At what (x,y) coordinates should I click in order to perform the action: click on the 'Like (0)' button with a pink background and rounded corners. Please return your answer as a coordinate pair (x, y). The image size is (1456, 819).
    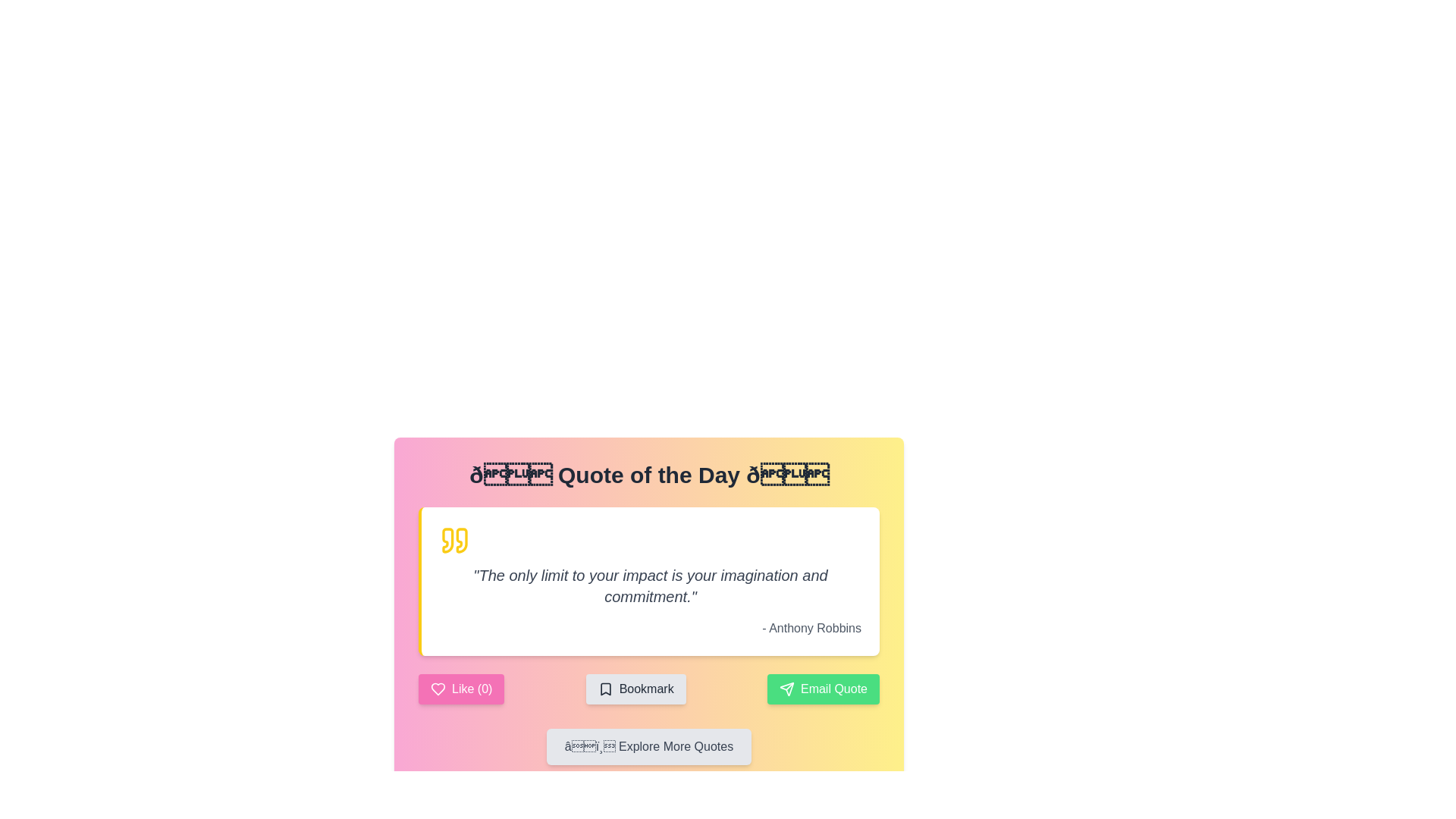
    Looking at the image, I should click on (460, 689).